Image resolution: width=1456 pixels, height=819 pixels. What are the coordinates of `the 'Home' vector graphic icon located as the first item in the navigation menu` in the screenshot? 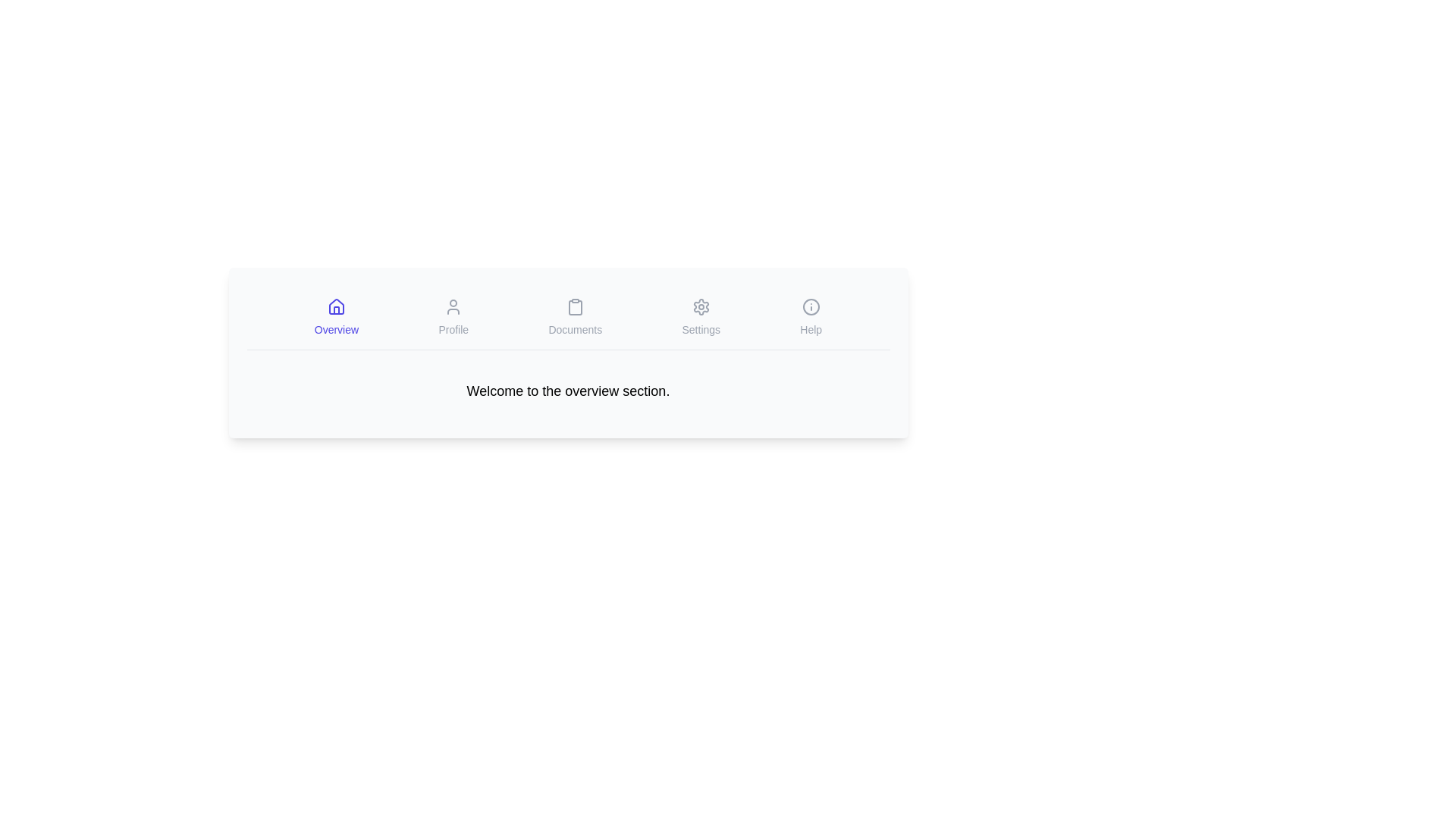 It's located at (335, 306).